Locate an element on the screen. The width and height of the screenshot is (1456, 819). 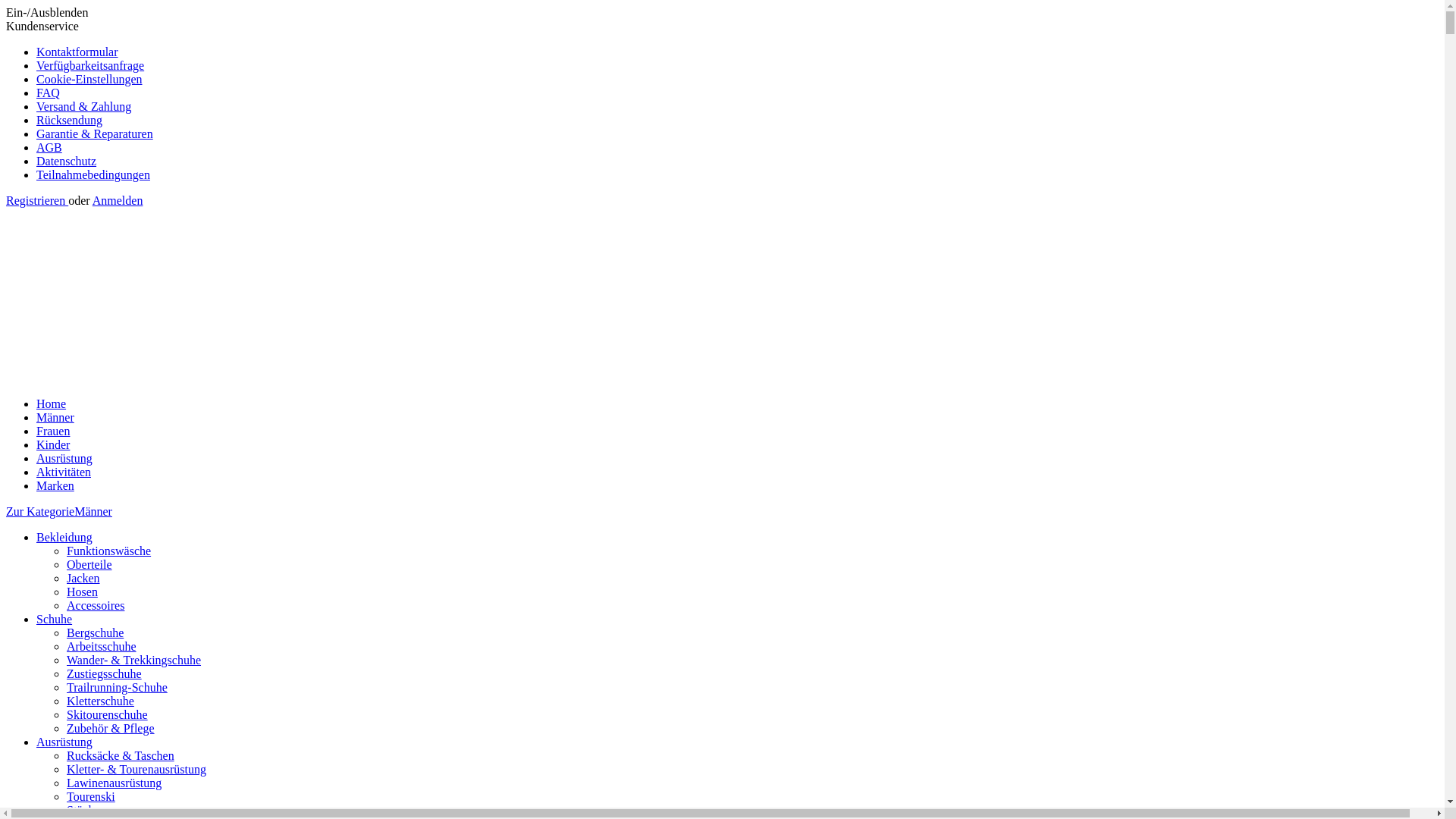
'Jacken' is located at coordinates (83, 578).